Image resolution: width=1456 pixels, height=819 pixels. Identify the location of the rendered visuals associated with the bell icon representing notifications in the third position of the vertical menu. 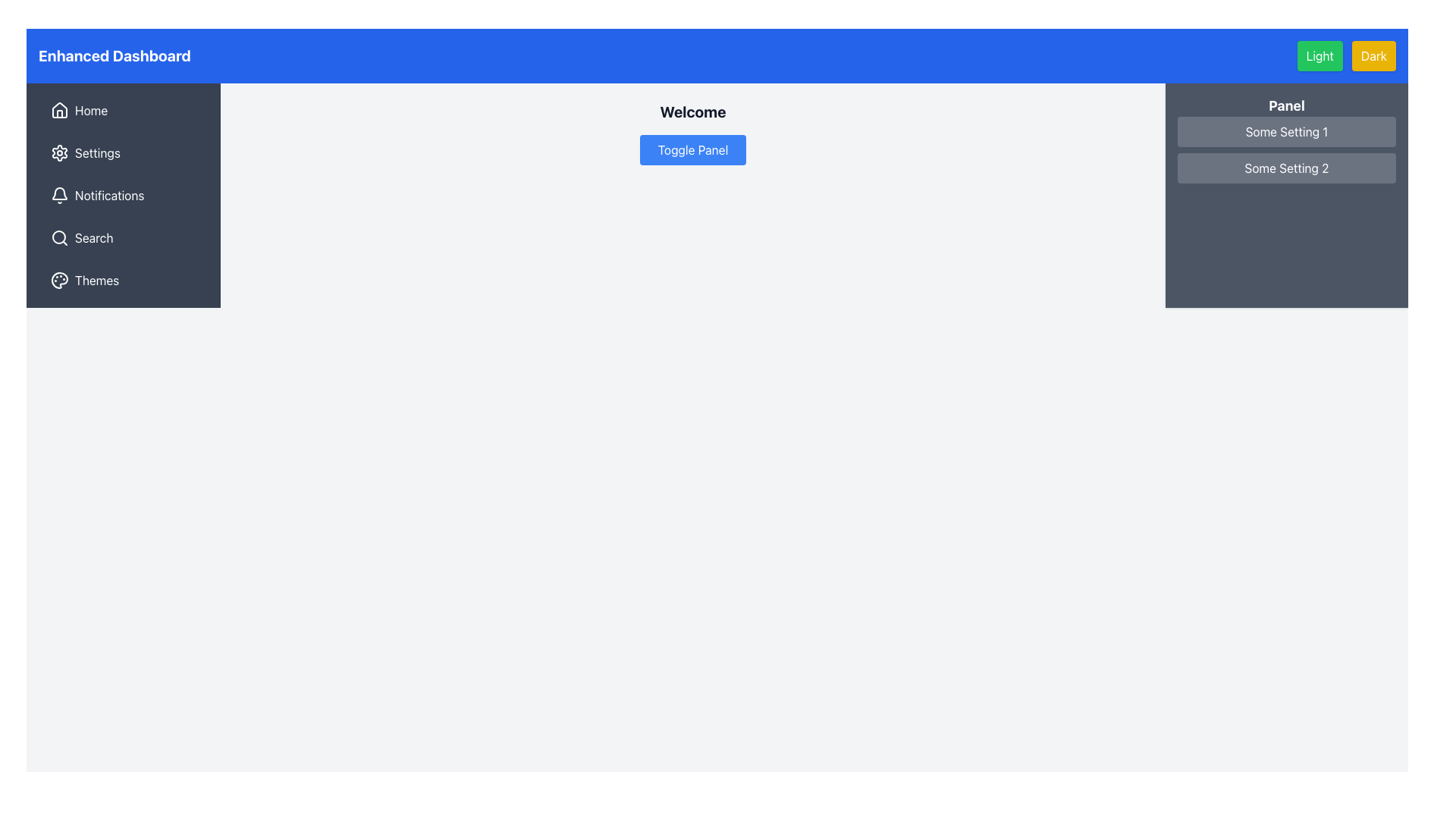
(59, 193).